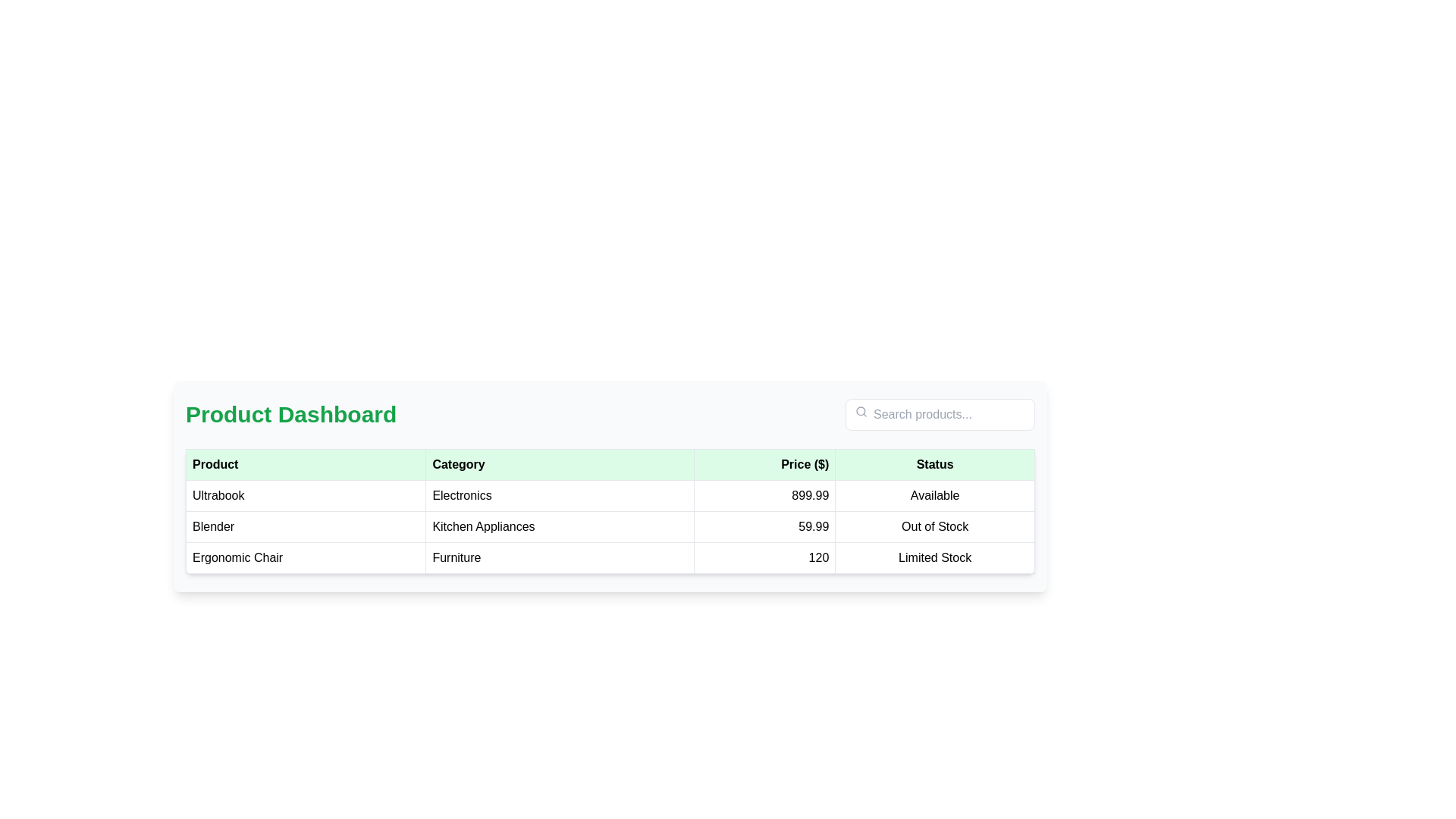 This screenshot has height=819, width=1456. I want to click on the smaller circular outline within the search icon, which is styled in light gray and located at the top-left of the UI, adjacent to the 'Search products...' input field, so click(861, 411).